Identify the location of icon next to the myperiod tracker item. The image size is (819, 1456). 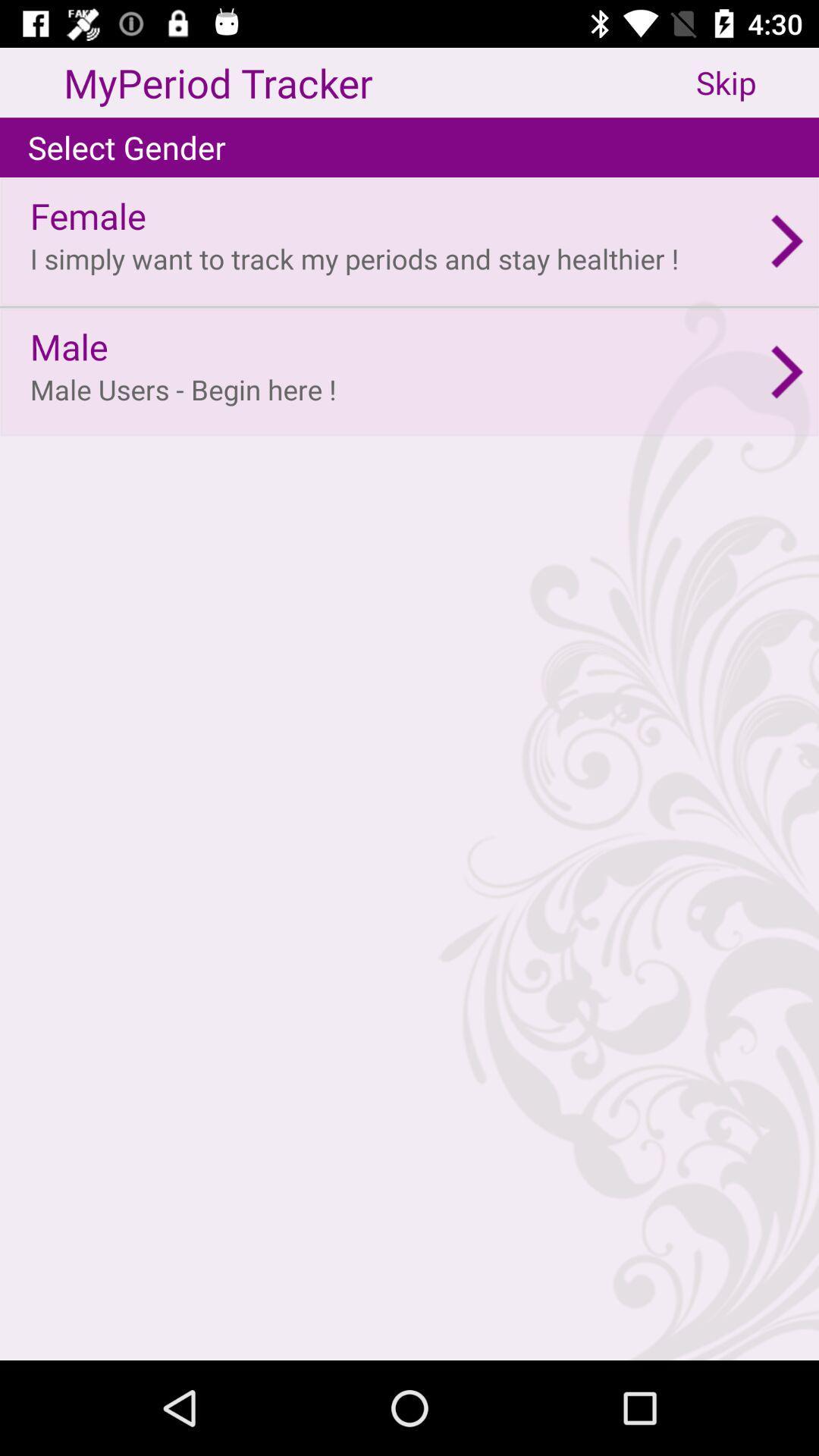
(758, 82).